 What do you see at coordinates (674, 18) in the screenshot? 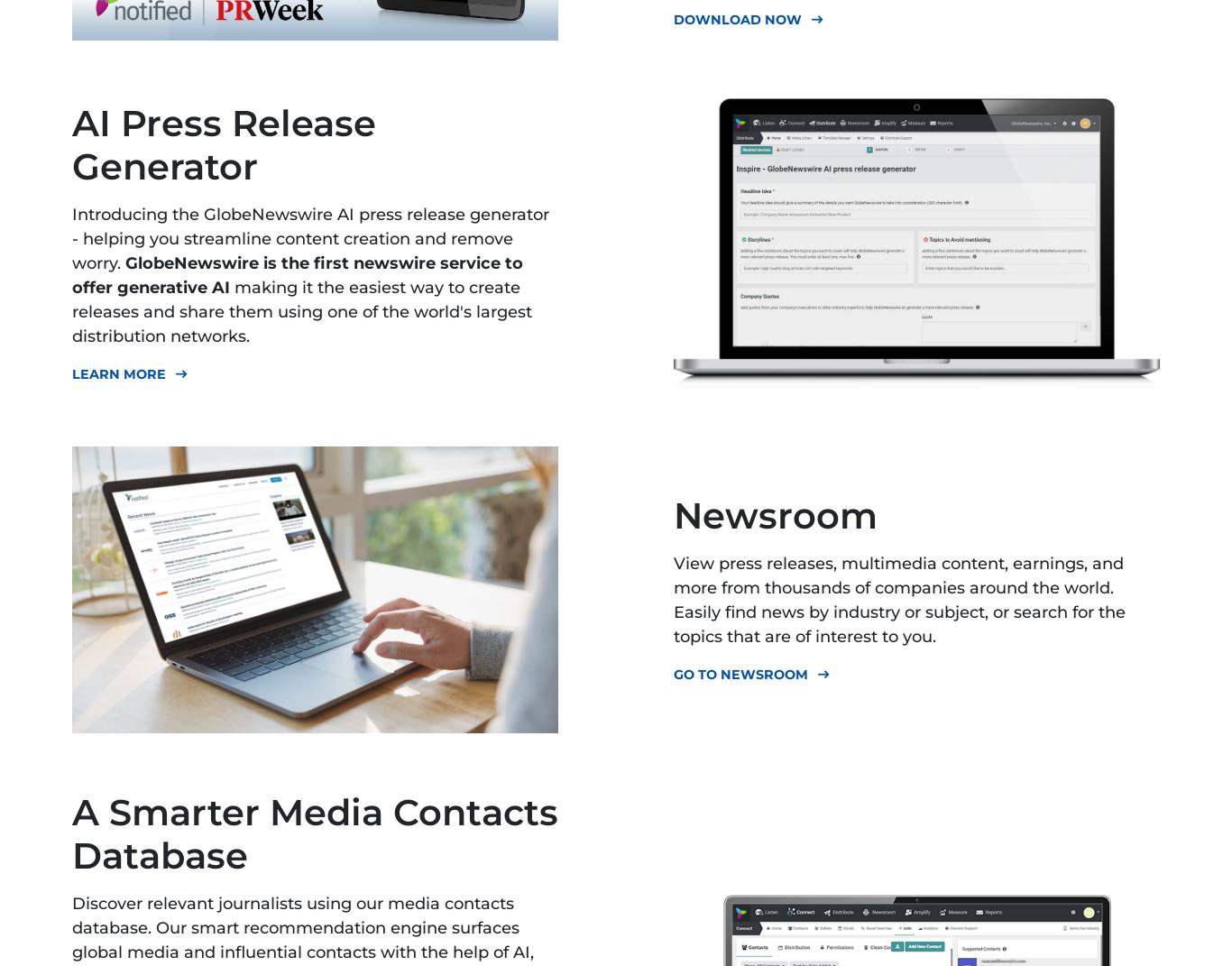
I see `'Download Now'` at bounding box center [674, 18].